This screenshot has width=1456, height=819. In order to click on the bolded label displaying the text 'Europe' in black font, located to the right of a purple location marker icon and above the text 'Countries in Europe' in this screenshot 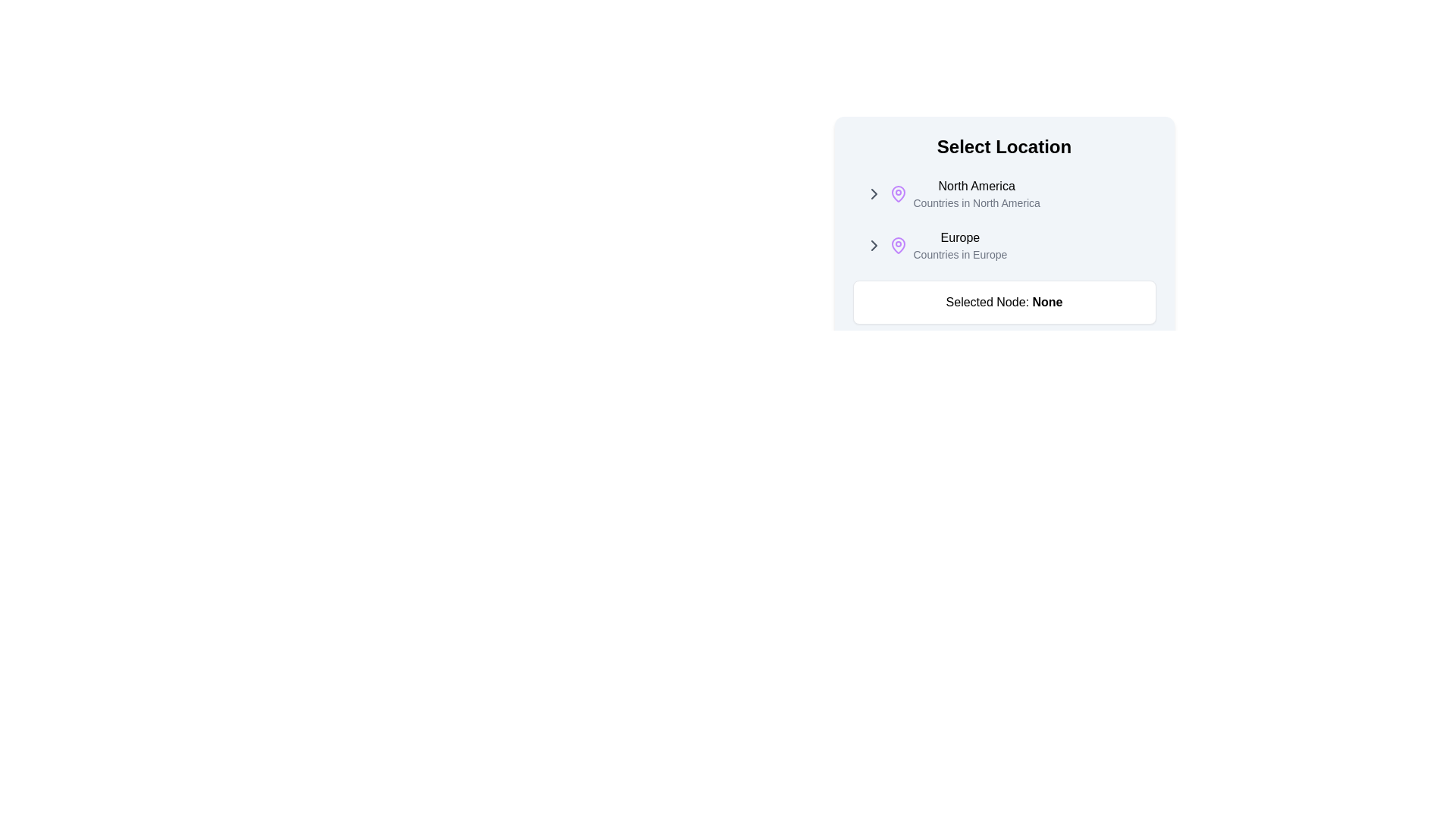, I will do `click(959, 237)`.